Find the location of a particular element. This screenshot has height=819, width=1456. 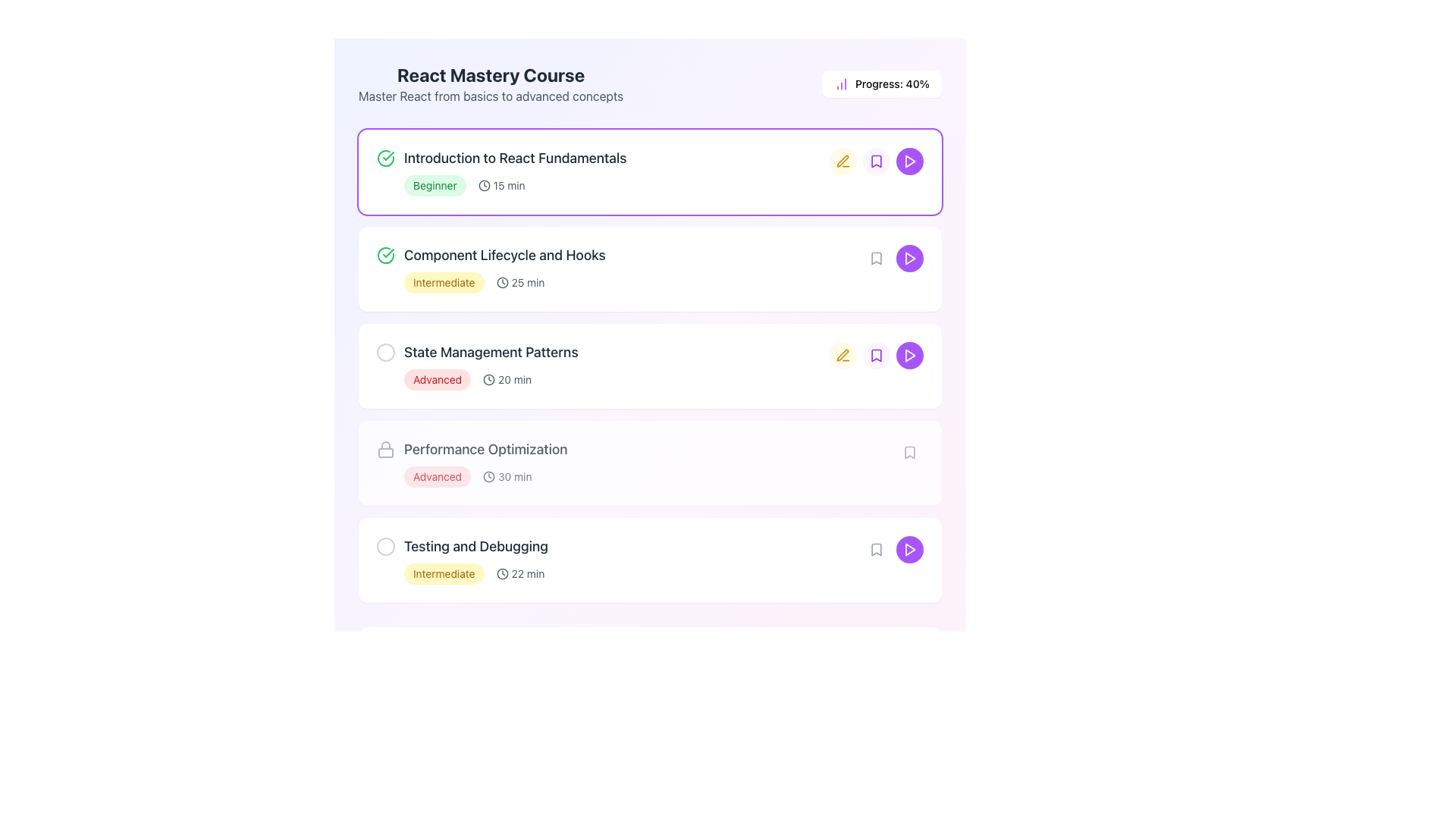

the decorative SVG icon indicating time-related detail for the 'Introduction to React Fundamentals' course, located next to the estimated completion time and above the 'Beginner' tag is located at coordinates (489, 379).